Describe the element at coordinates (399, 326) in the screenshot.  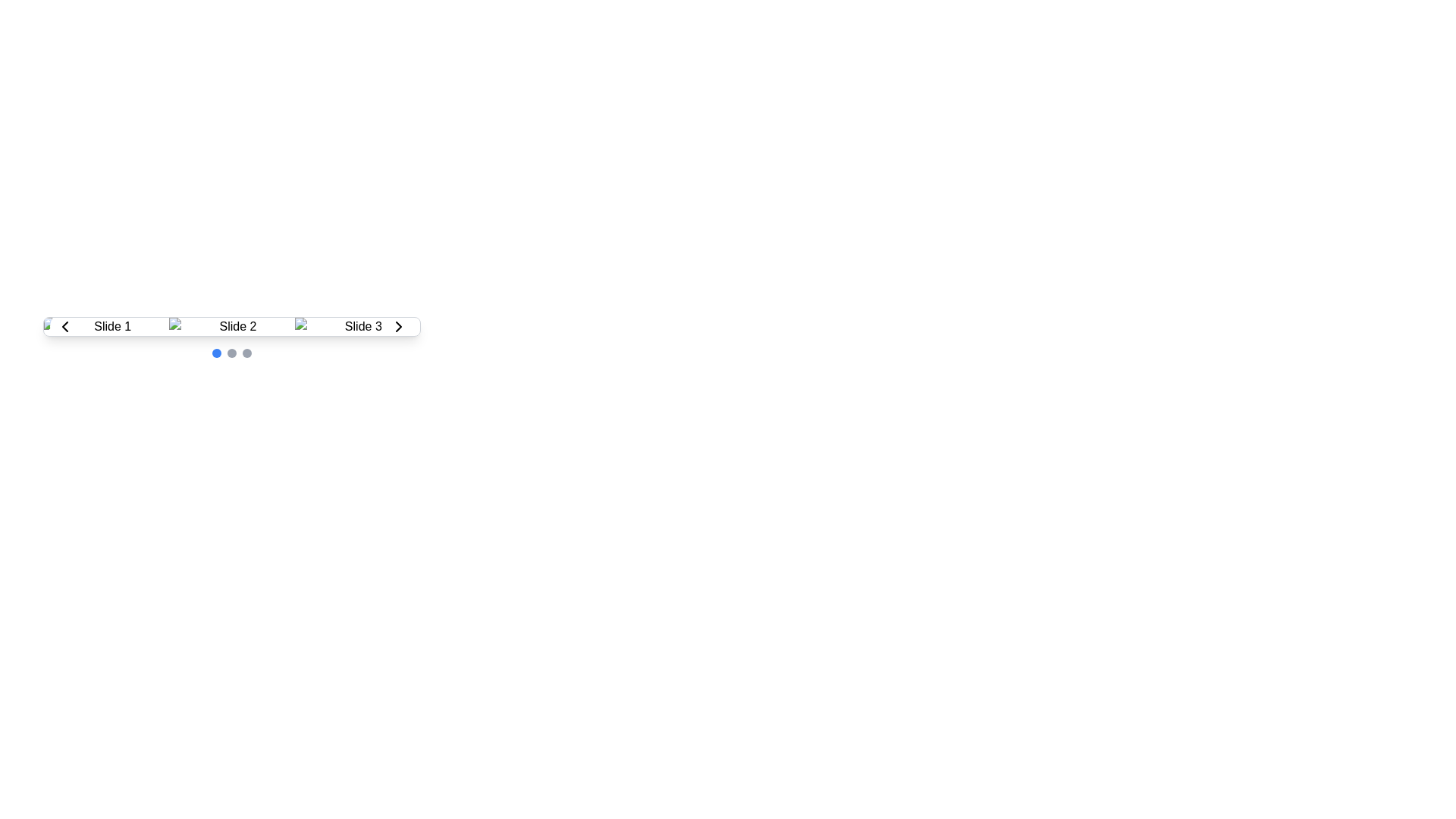
I see `the rightward chevron icon button located at the rightmost end of the horizontal navigation bar below the 'Slide 3' label` at that location.